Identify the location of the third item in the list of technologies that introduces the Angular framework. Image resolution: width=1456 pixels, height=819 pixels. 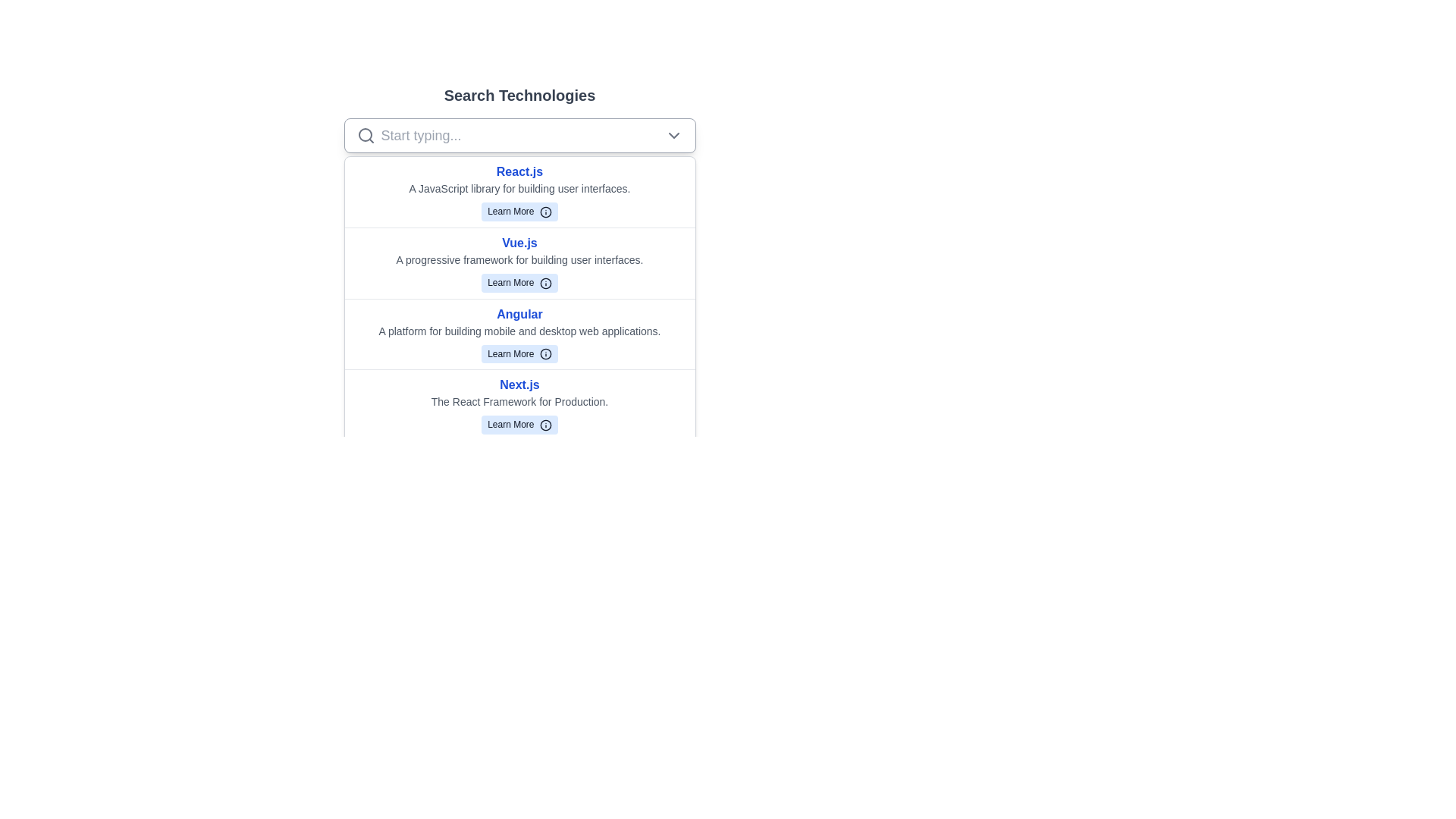
(519, 334).